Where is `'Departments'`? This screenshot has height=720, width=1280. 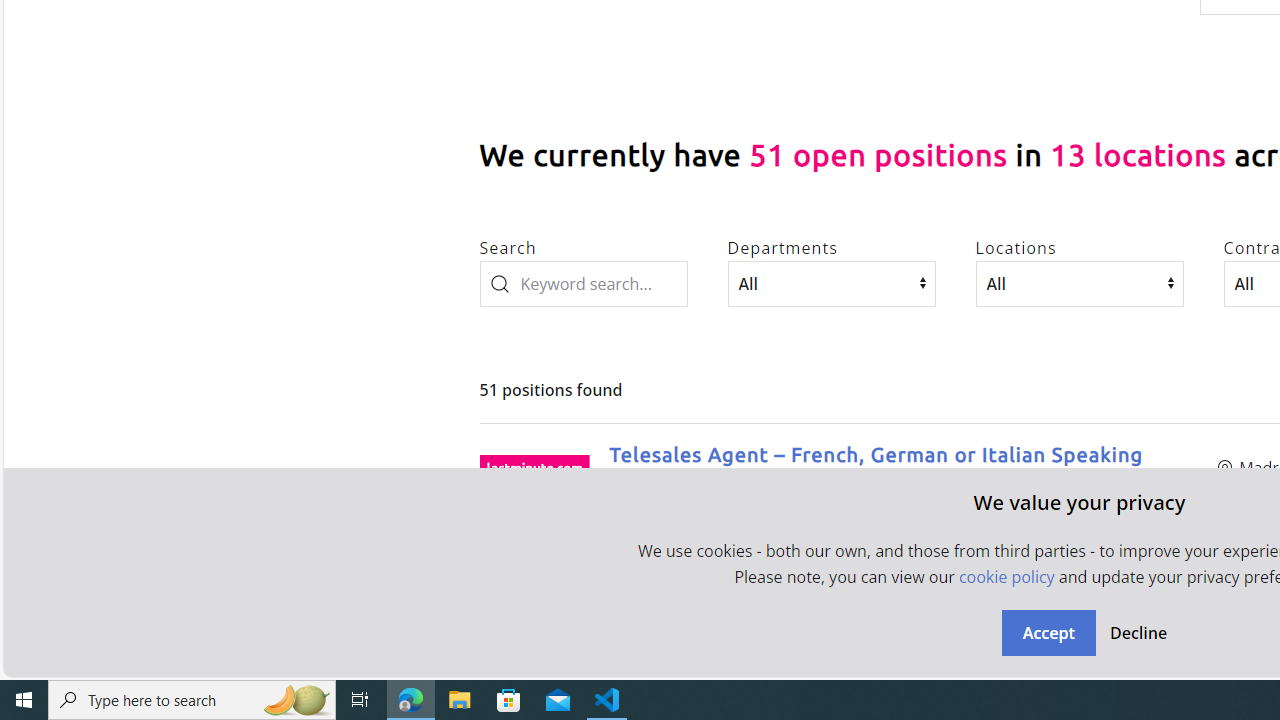
'Departments' is located at coordinates (831, 283).